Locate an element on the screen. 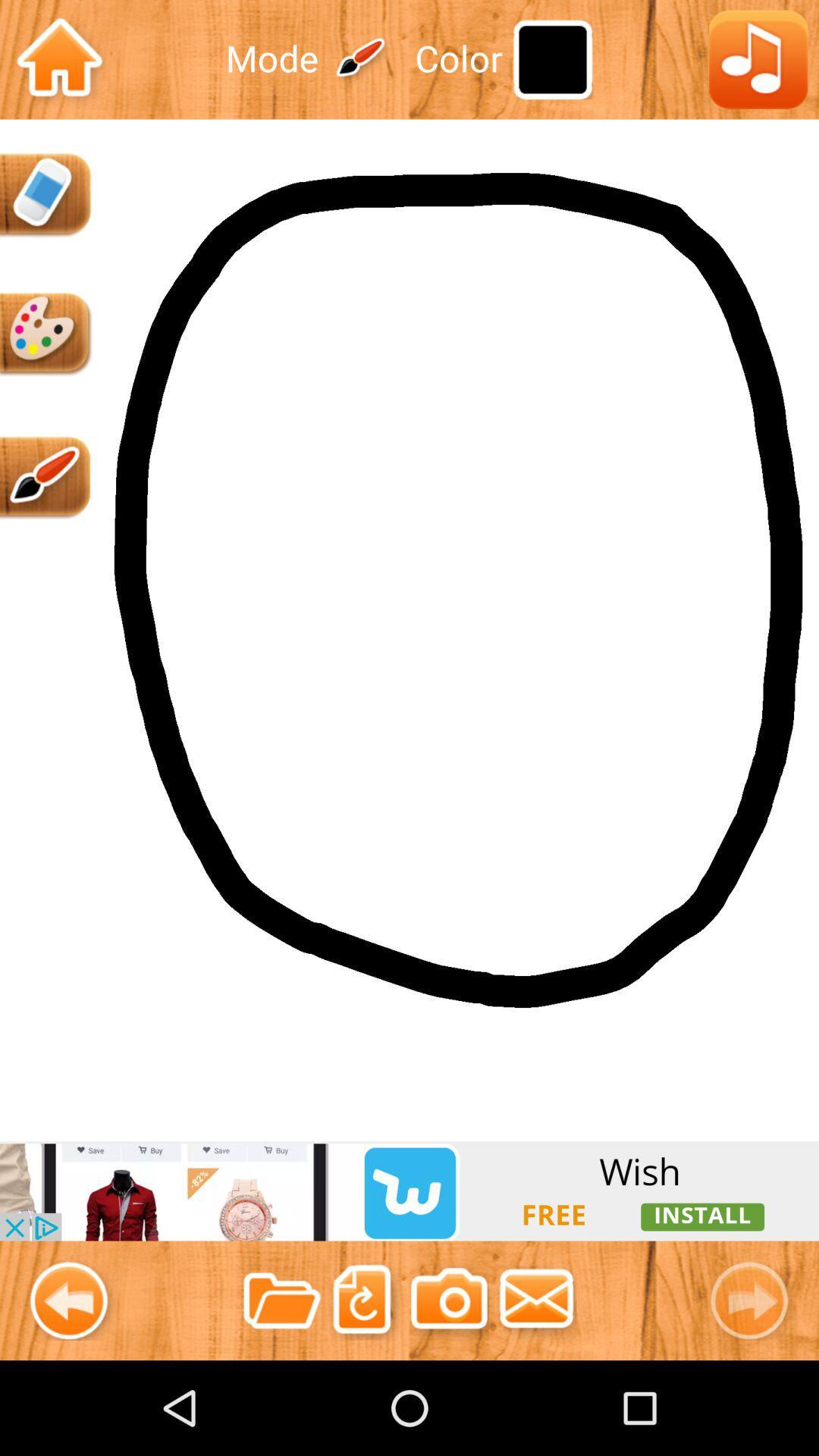 This screenshot has height=1456, width=819. photo is located at coordinates (448, 1300).